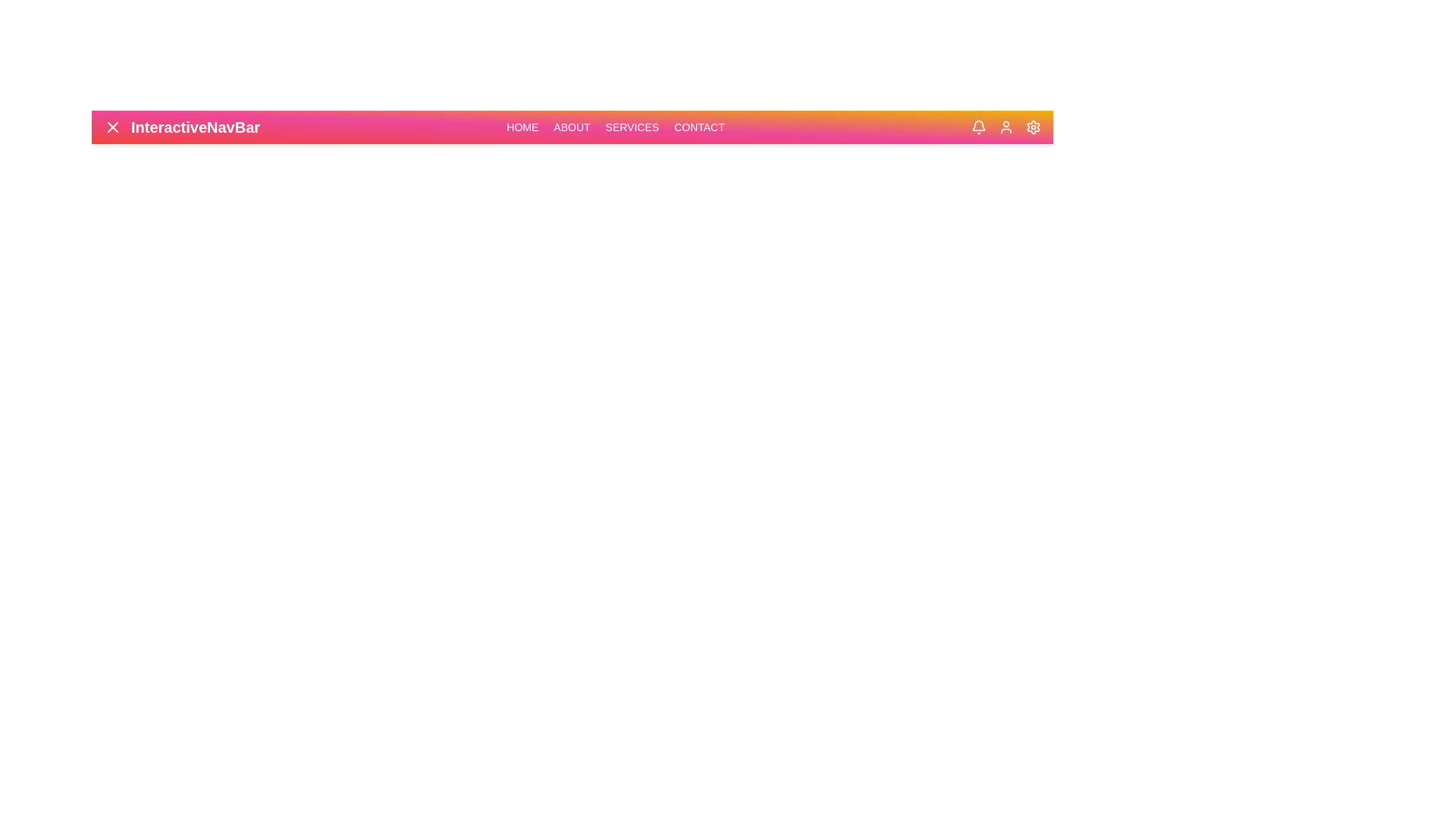 This screenshot has width=1456, height=819. I want to click on the navigation link corresponding to Contact, so click(698, 127).